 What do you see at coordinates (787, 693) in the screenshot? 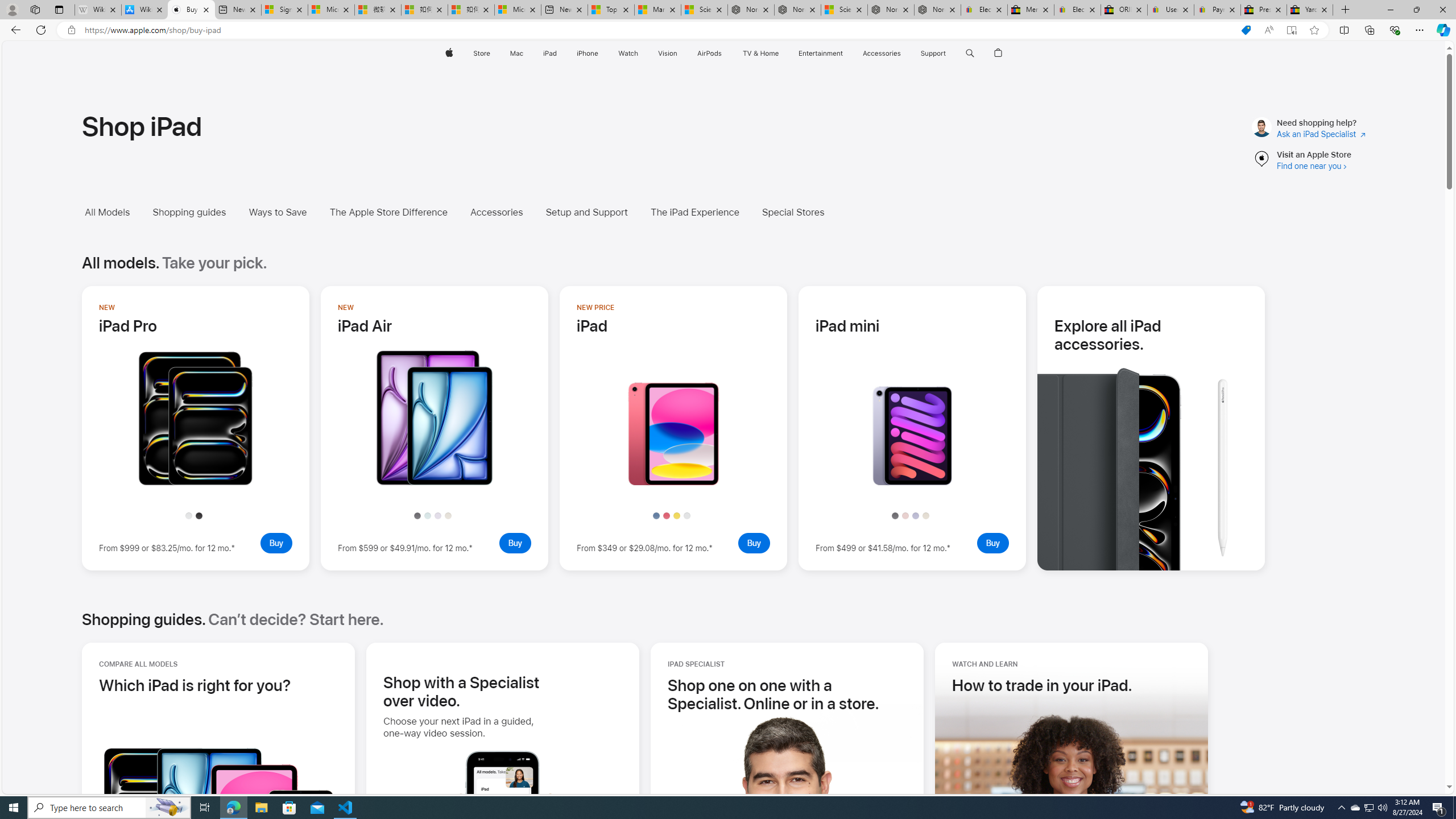
I see `'Shop one on one with a Specialist. Online or in a store.'` at bounding box center [787, 693].